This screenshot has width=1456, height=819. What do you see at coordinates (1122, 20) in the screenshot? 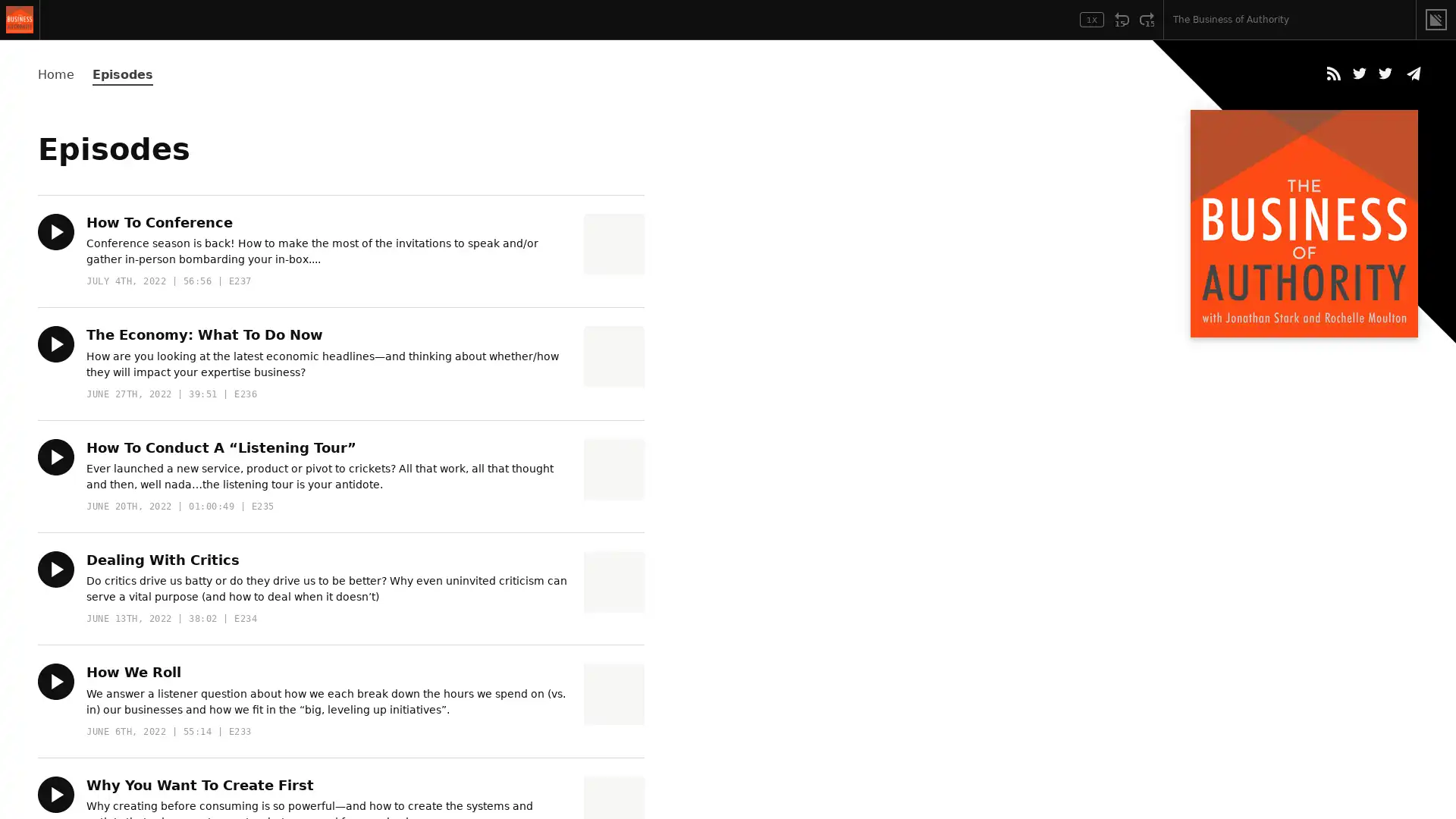
I see `Rewind 15 Seconds` at bounding box center [1122, 20].